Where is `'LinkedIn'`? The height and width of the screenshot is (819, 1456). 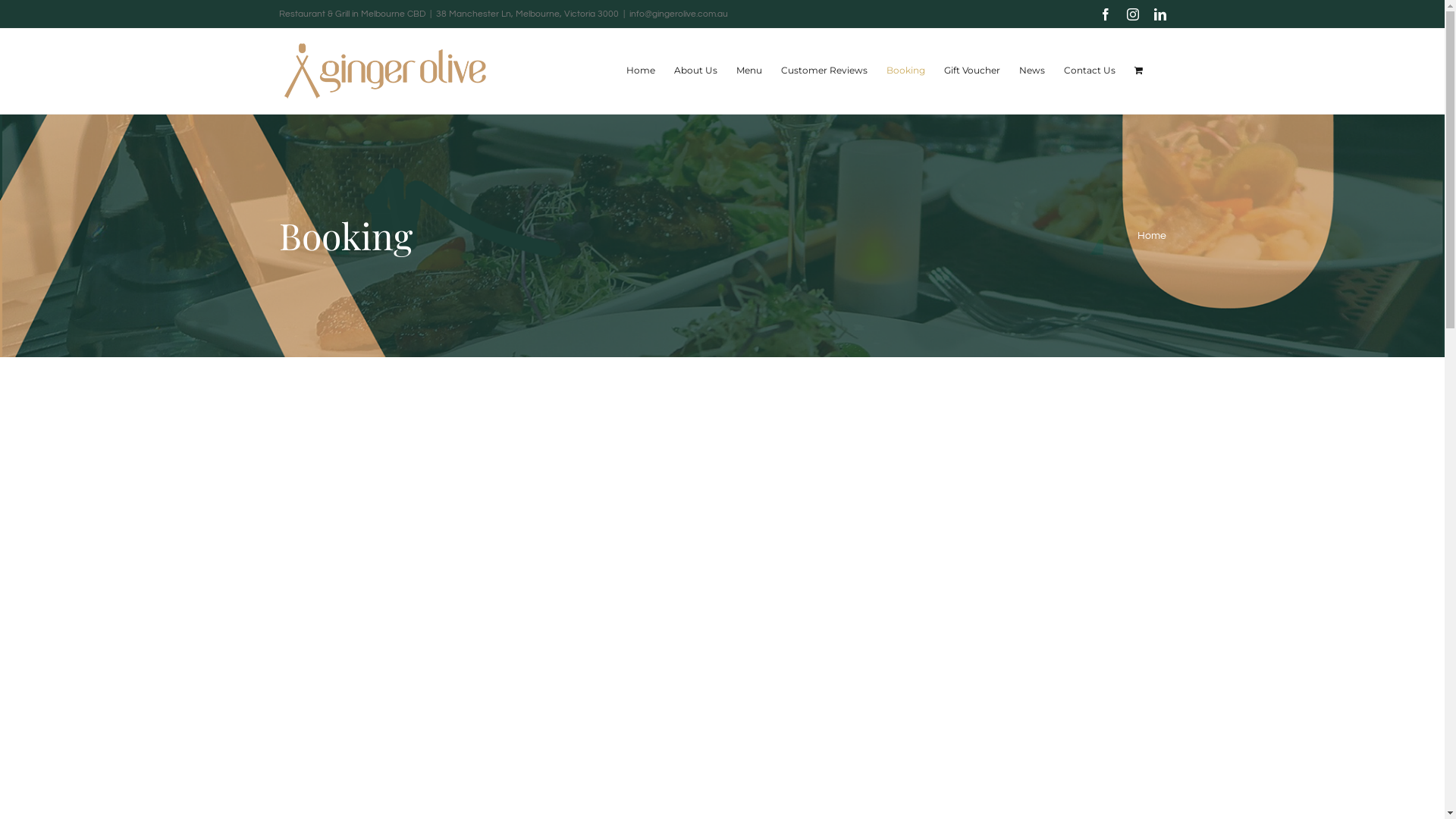
'LinkedIn' is located at coordinates (1159, 14).